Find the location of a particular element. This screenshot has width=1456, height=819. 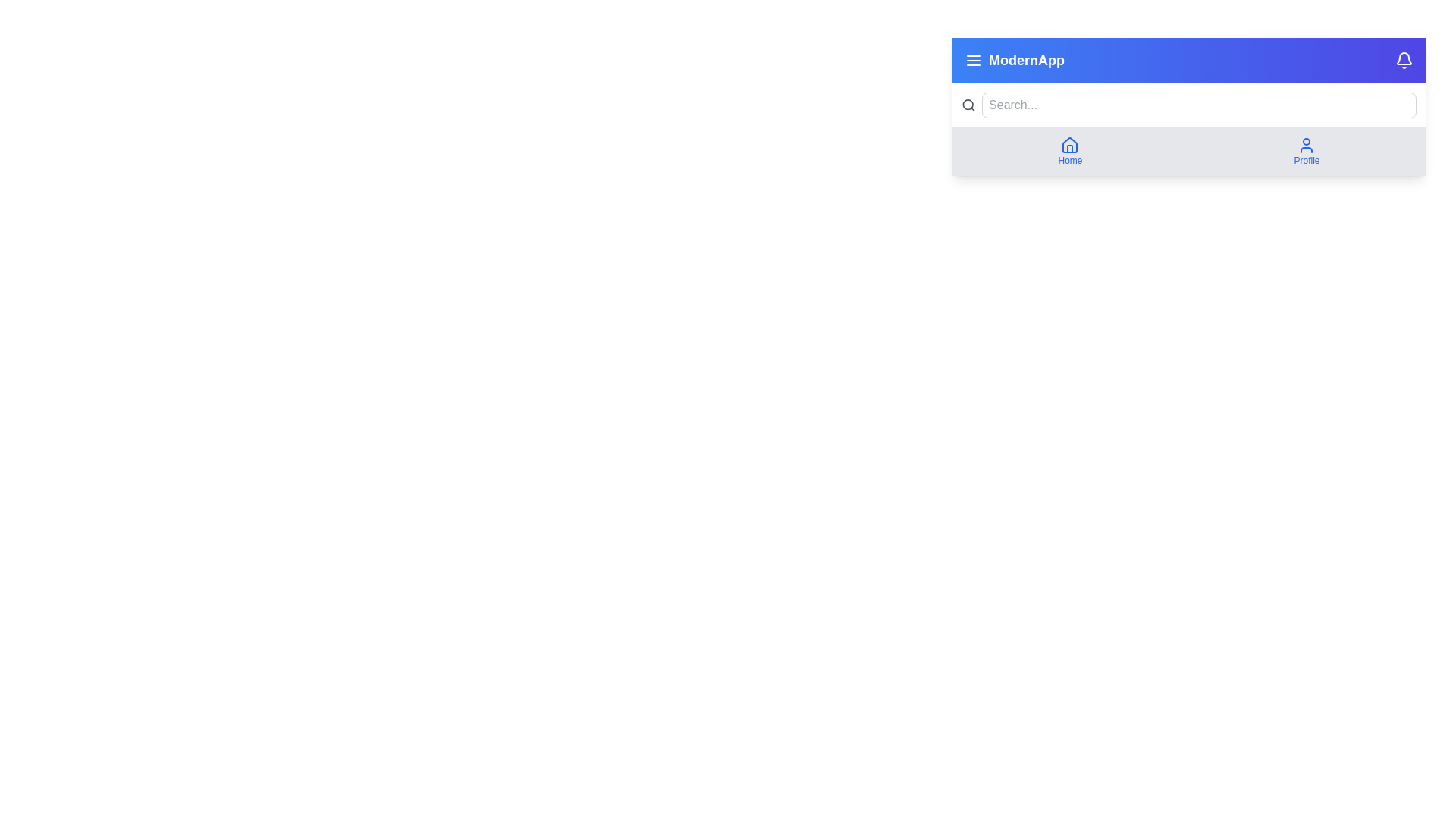

the 'Home' text label, which is styled with a small font size and blue color, located beneath the home icon in the navigation bar is located at coordinates (1069, 161).